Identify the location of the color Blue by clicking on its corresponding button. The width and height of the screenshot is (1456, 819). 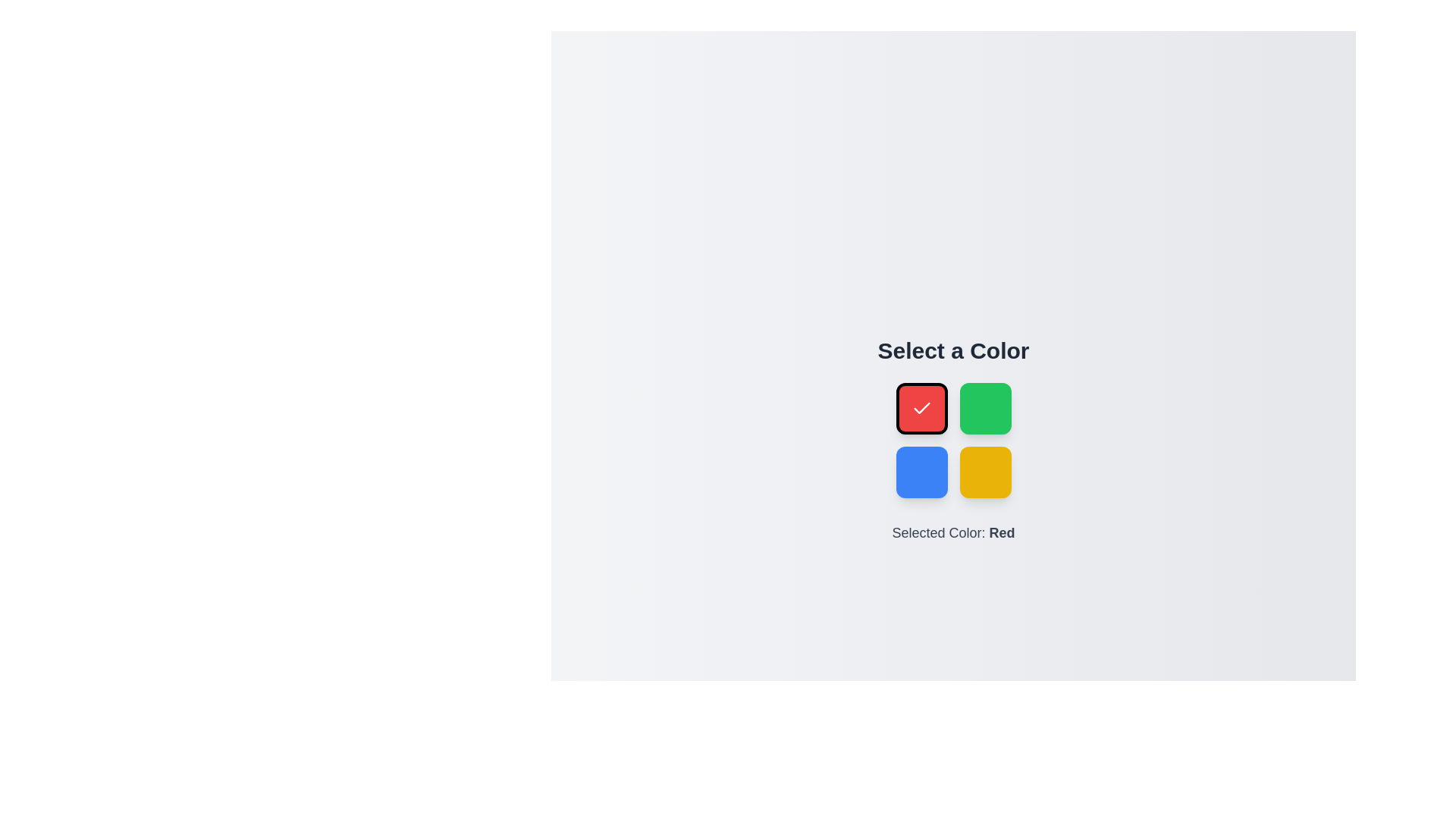
(921, 472).